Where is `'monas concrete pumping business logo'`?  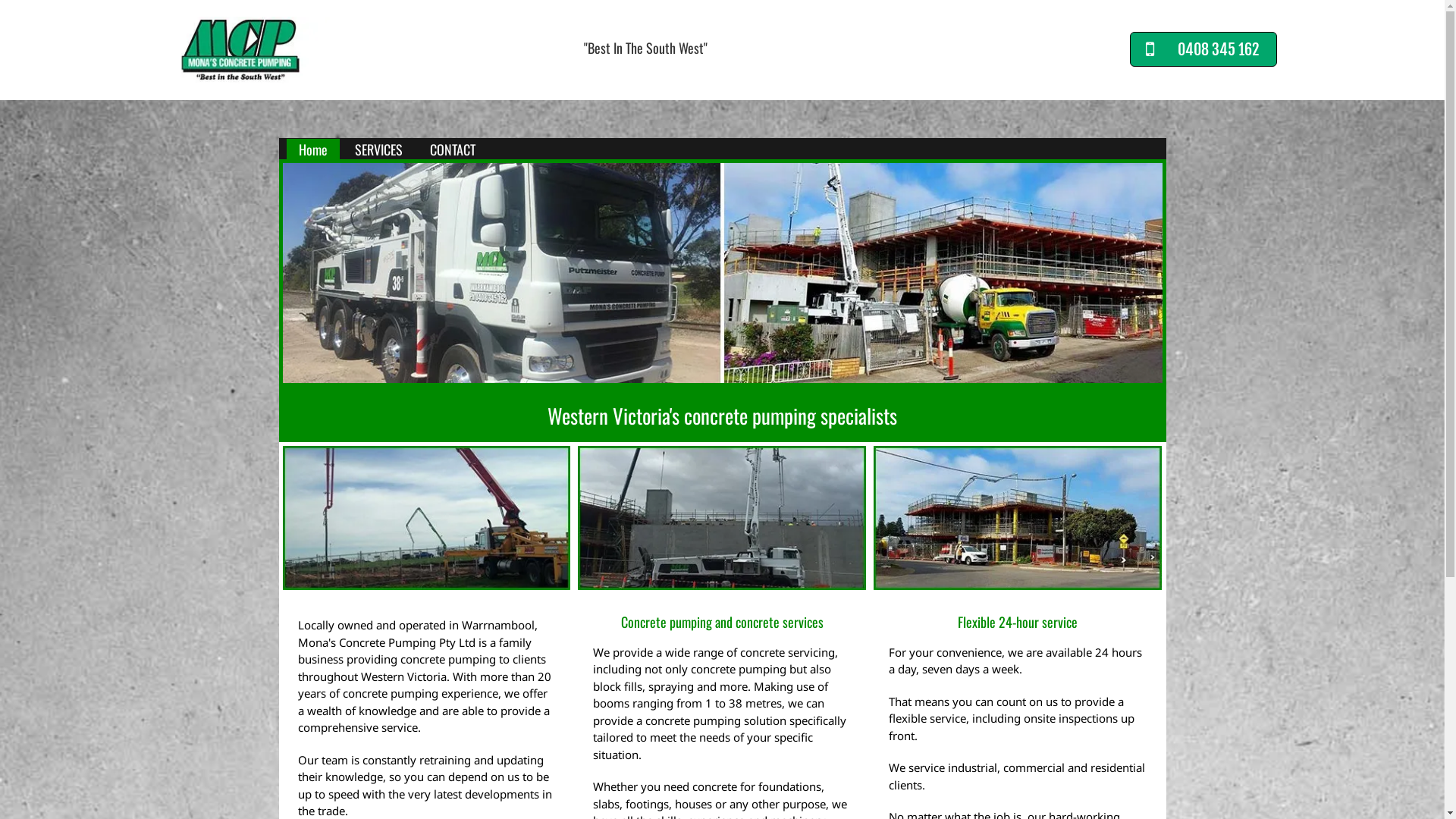 'monas concrete pumping business logo' is located at coordinates (240, 49).